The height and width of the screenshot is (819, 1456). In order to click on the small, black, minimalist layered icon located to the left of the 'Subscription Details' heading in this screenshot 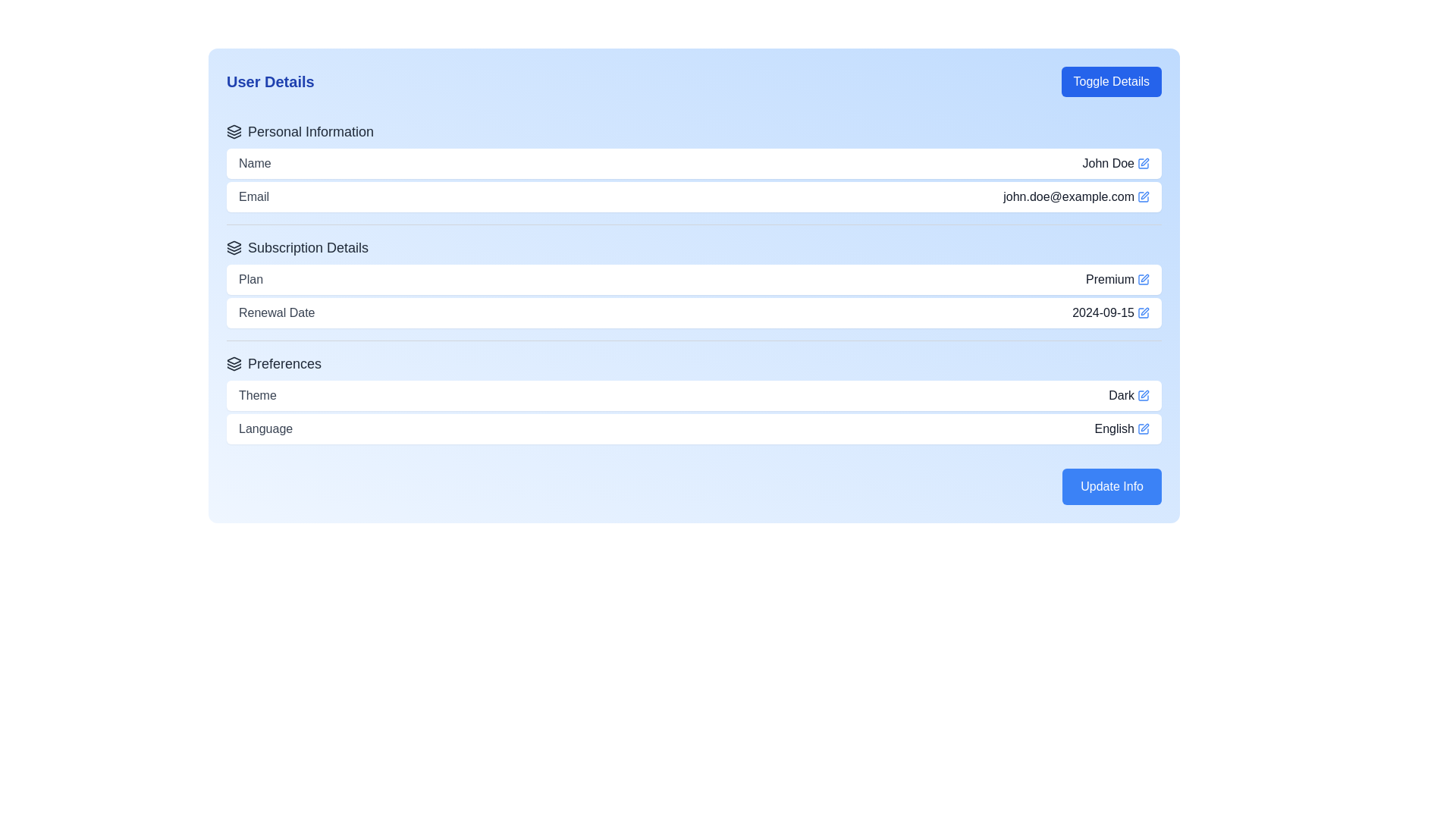, I will do `click(233, 247)`.